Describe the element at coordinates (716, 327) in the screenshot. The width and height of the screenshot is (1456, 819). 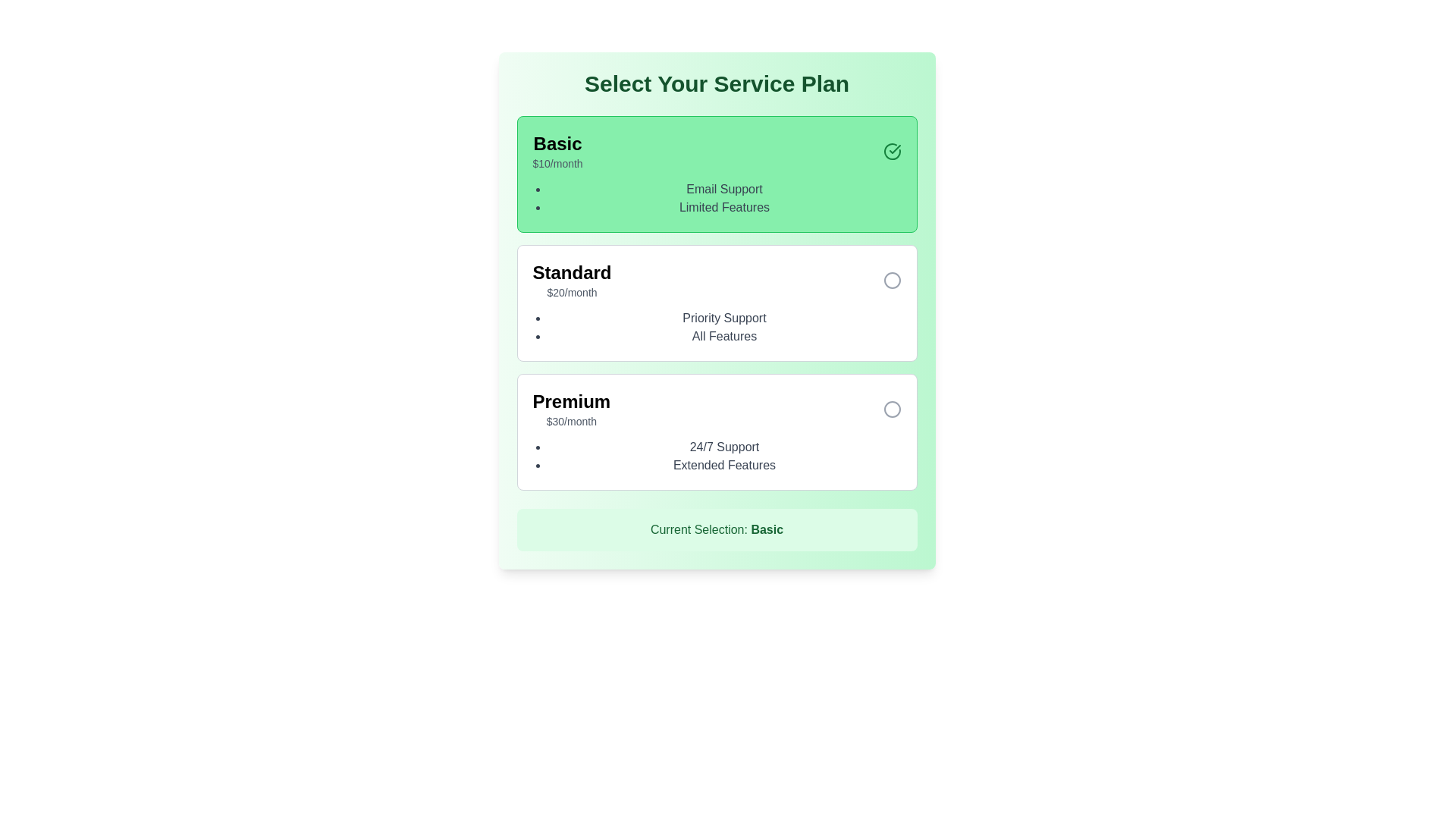
I see `the bullet list containing the text items 'Priority Support' and 'All Features', located in the 'Standard' section just below the price '$20/month'` at that location.